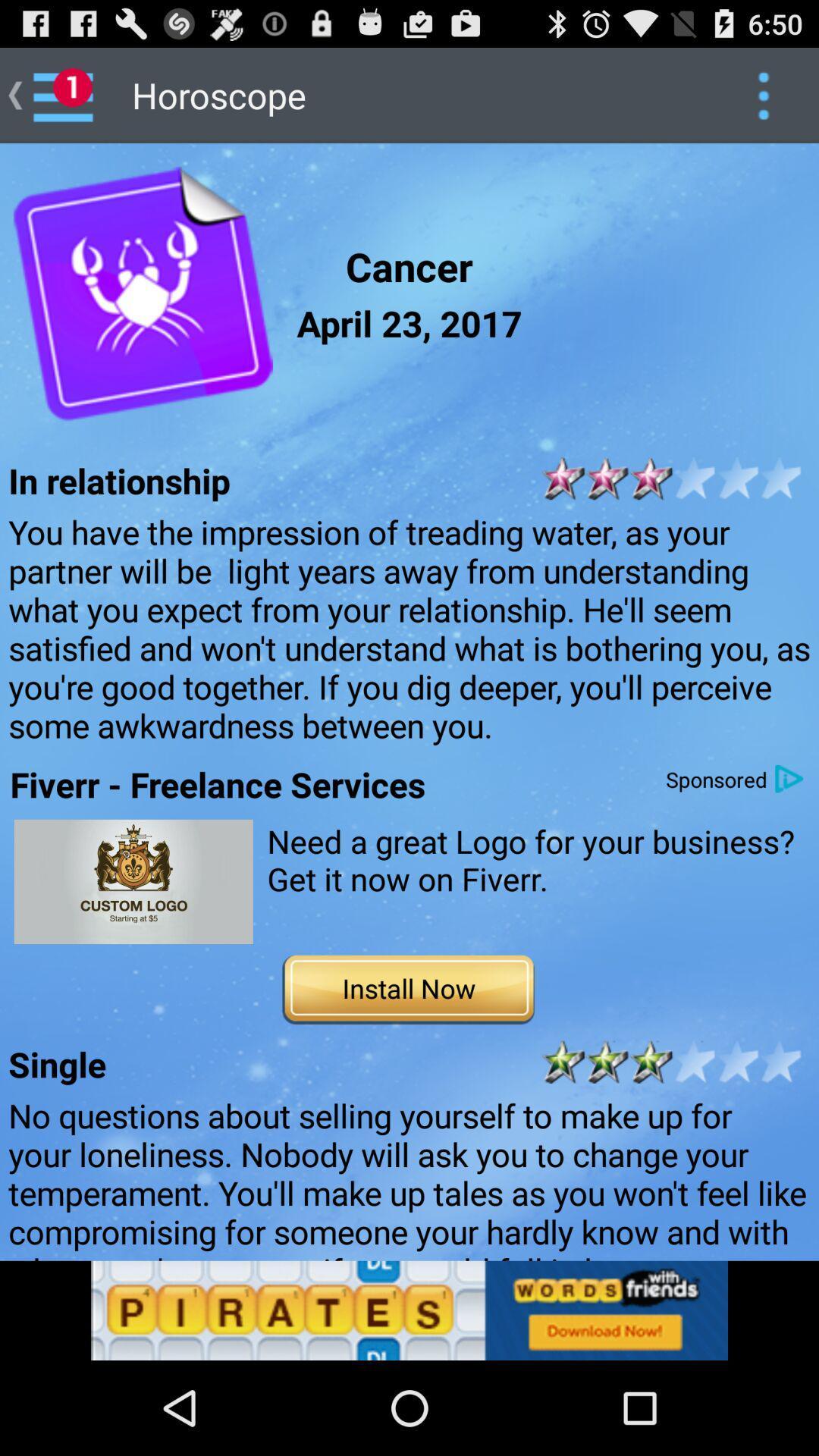 Image resolution: width=819 pixels, height=1456 pixels. Describe the element at coordinates (133, 881) in the screenshot. I see `the advertising app` at that location.